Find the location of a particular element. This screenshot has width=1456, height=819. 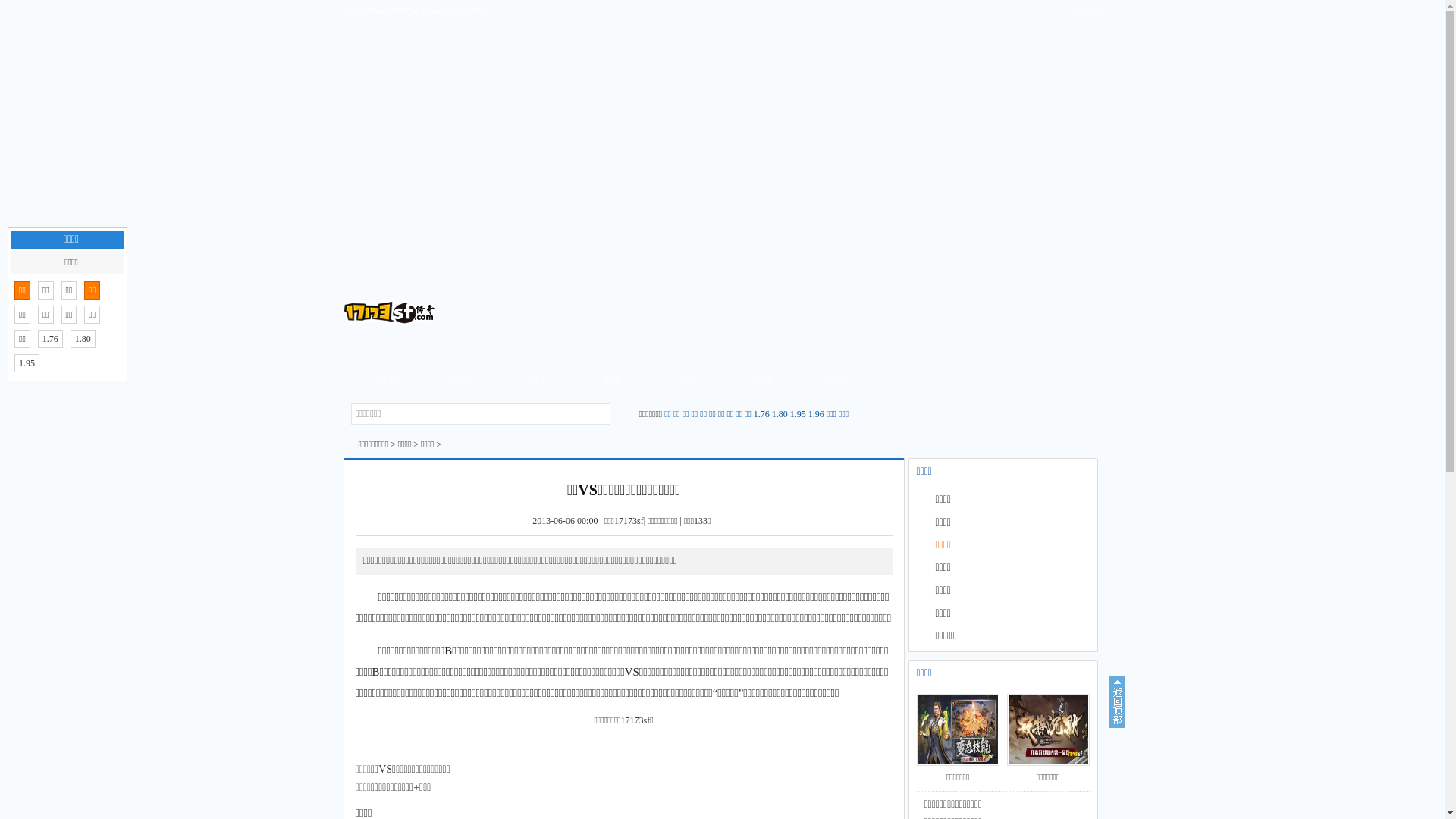

'1.96' is located at coordinates (815, 414).